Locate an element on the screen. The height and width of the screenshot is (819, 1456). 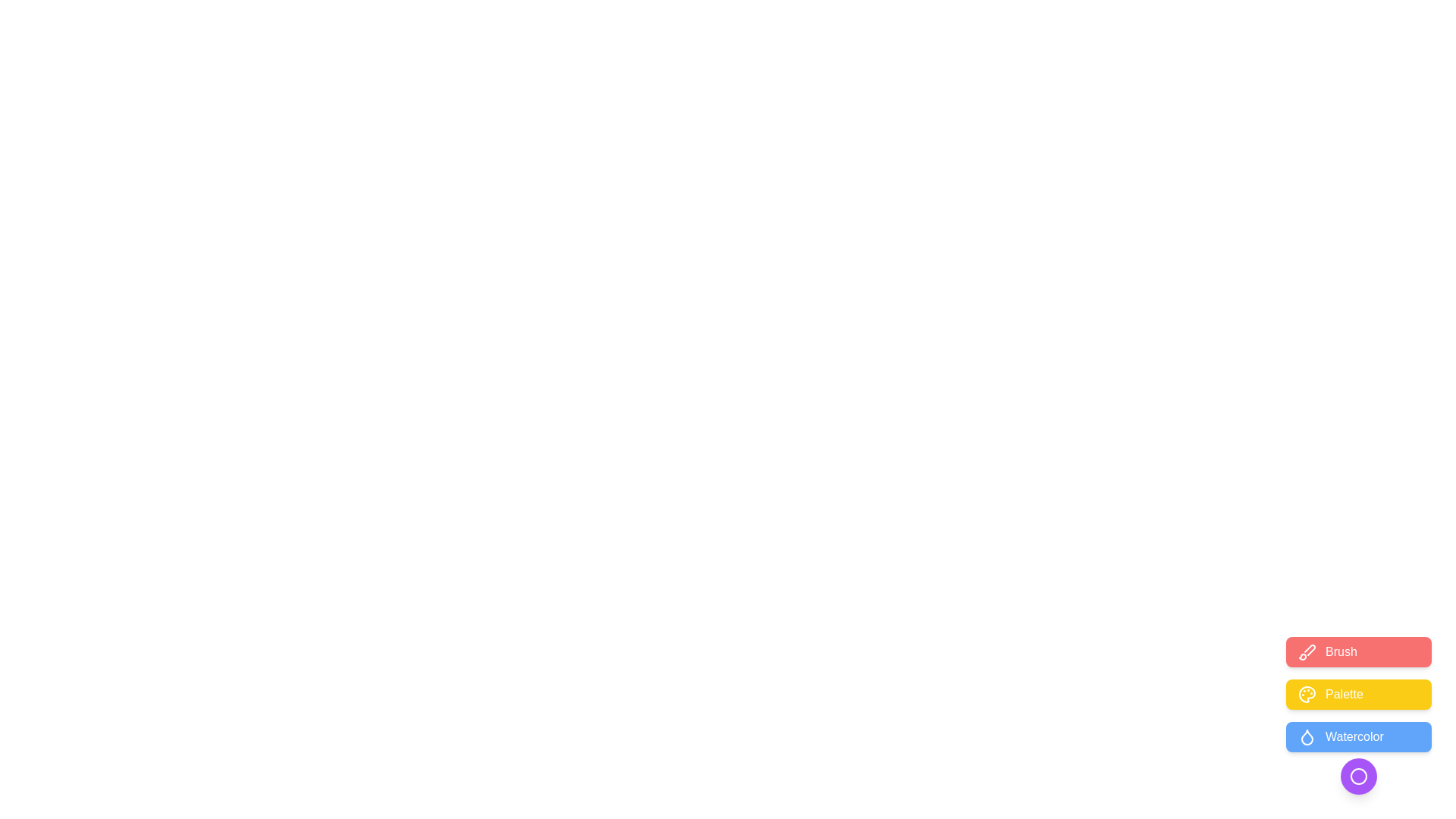
the 'Watercolor' button to select the watercolor tool is located at coordinates (1358, 736).